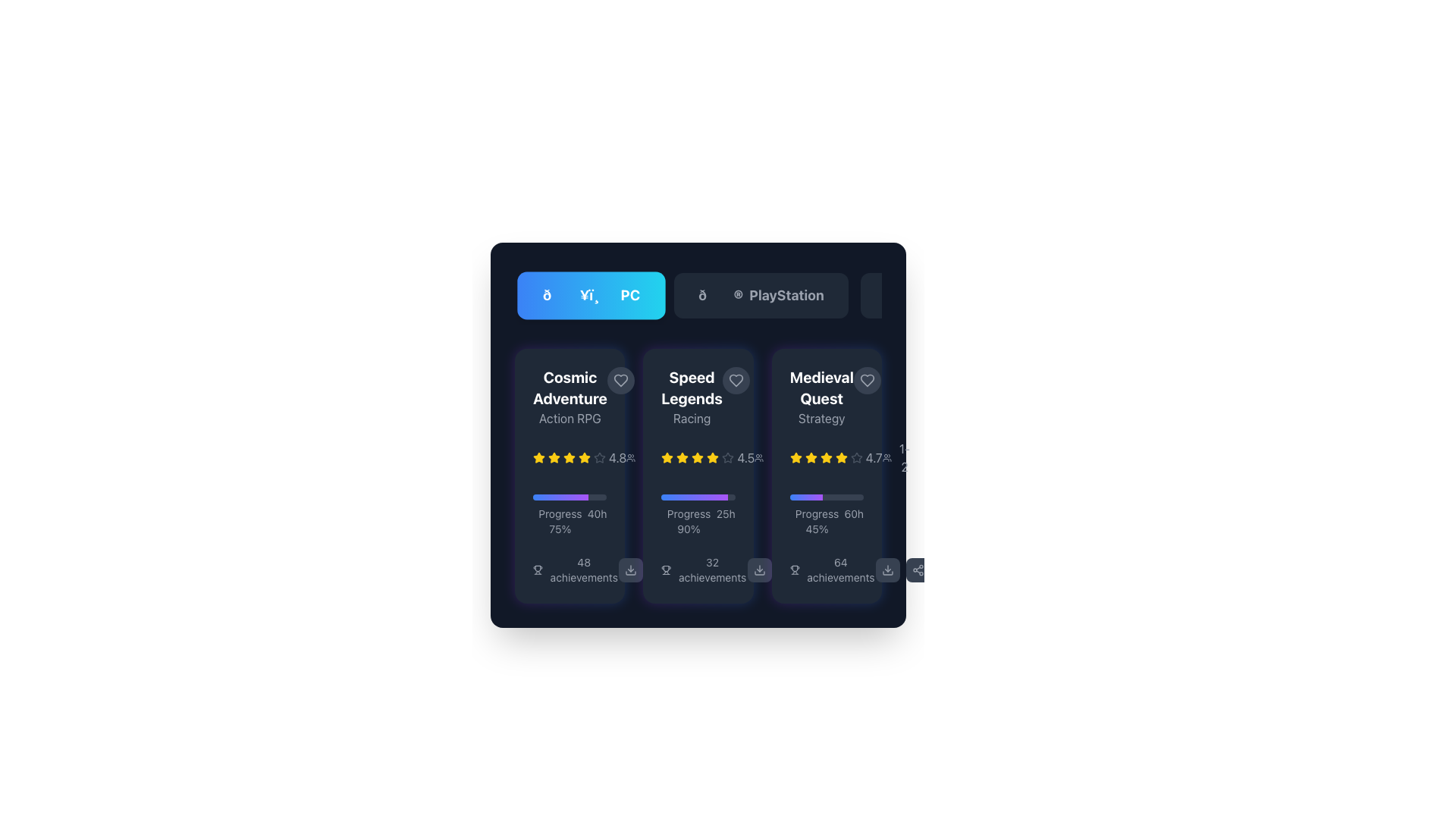 This screenshot has height=819, width=1456. I want to click on the star-shaped graphic icon with a dark outline, which is part of a rating system and positioned in the middle of the interface, so click(599, 457).